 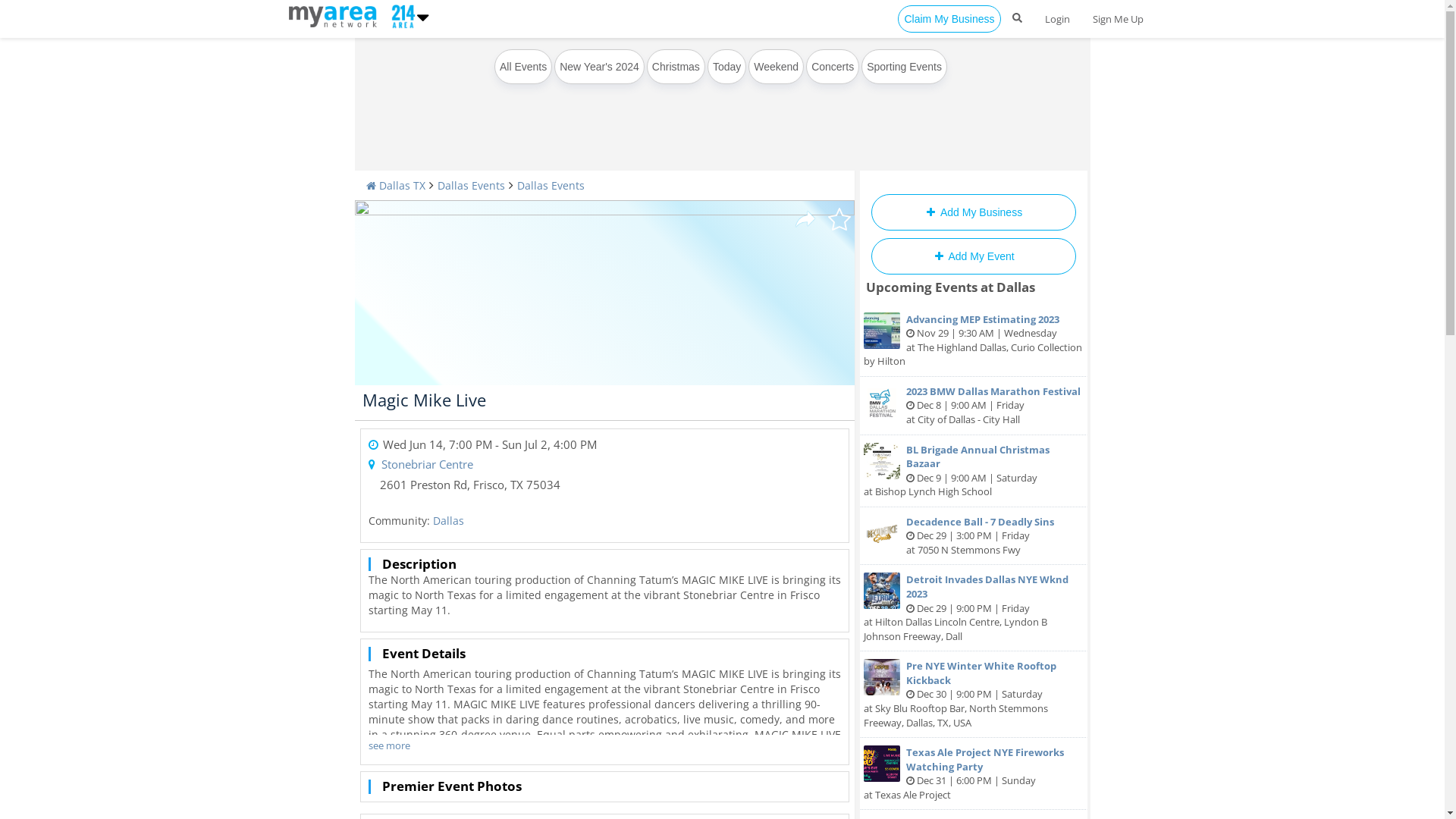 I want to click on 'https://www.214area.com', so click(x=287, y=14).